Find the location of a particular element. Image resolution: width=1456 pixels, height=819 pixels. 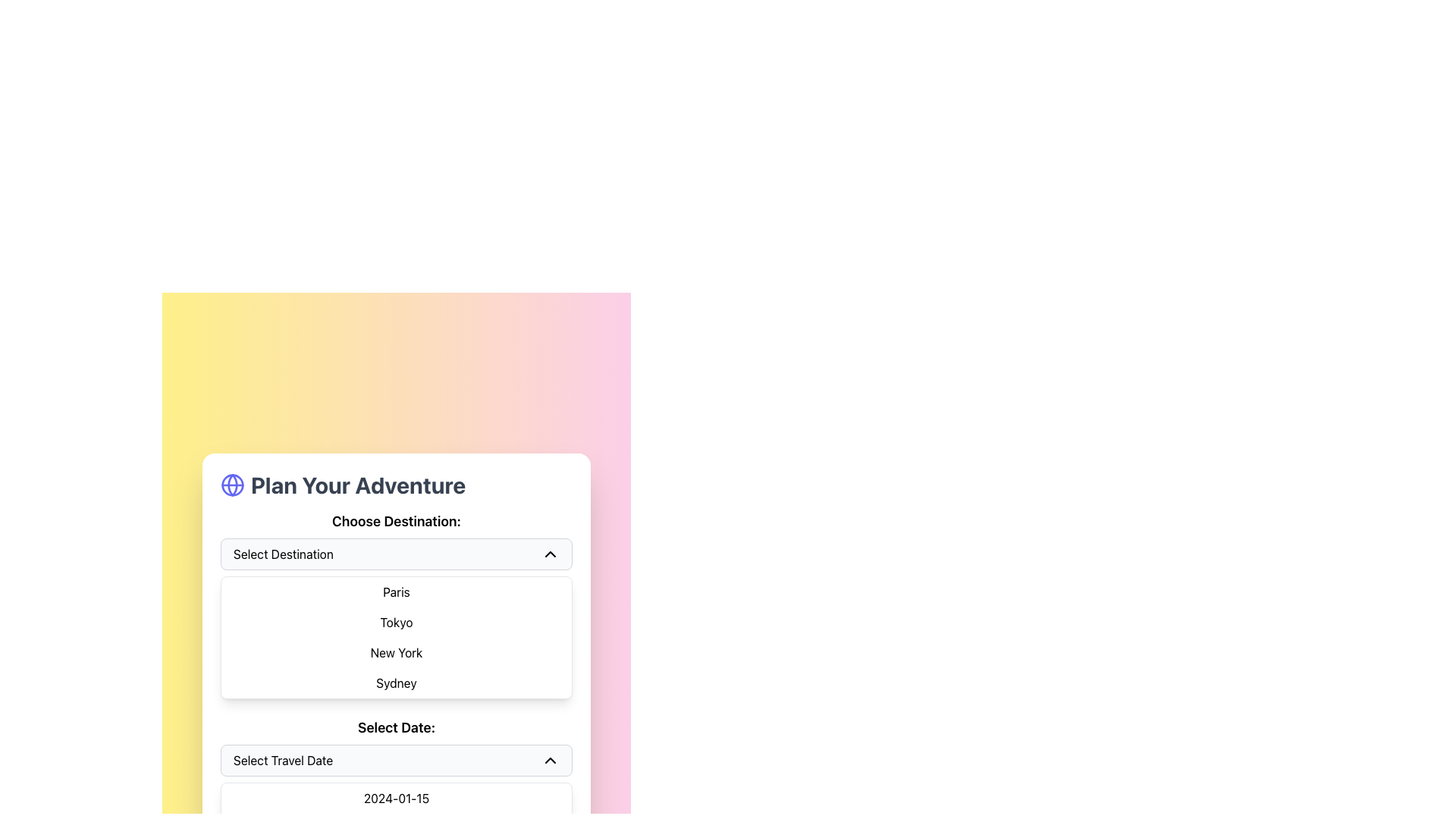

the SVG Circle element that is part of the decorative or branding icon representing a globe, located to the left of the text element titled 'Plan Your Adventure' is located at coordinates (232, 485).